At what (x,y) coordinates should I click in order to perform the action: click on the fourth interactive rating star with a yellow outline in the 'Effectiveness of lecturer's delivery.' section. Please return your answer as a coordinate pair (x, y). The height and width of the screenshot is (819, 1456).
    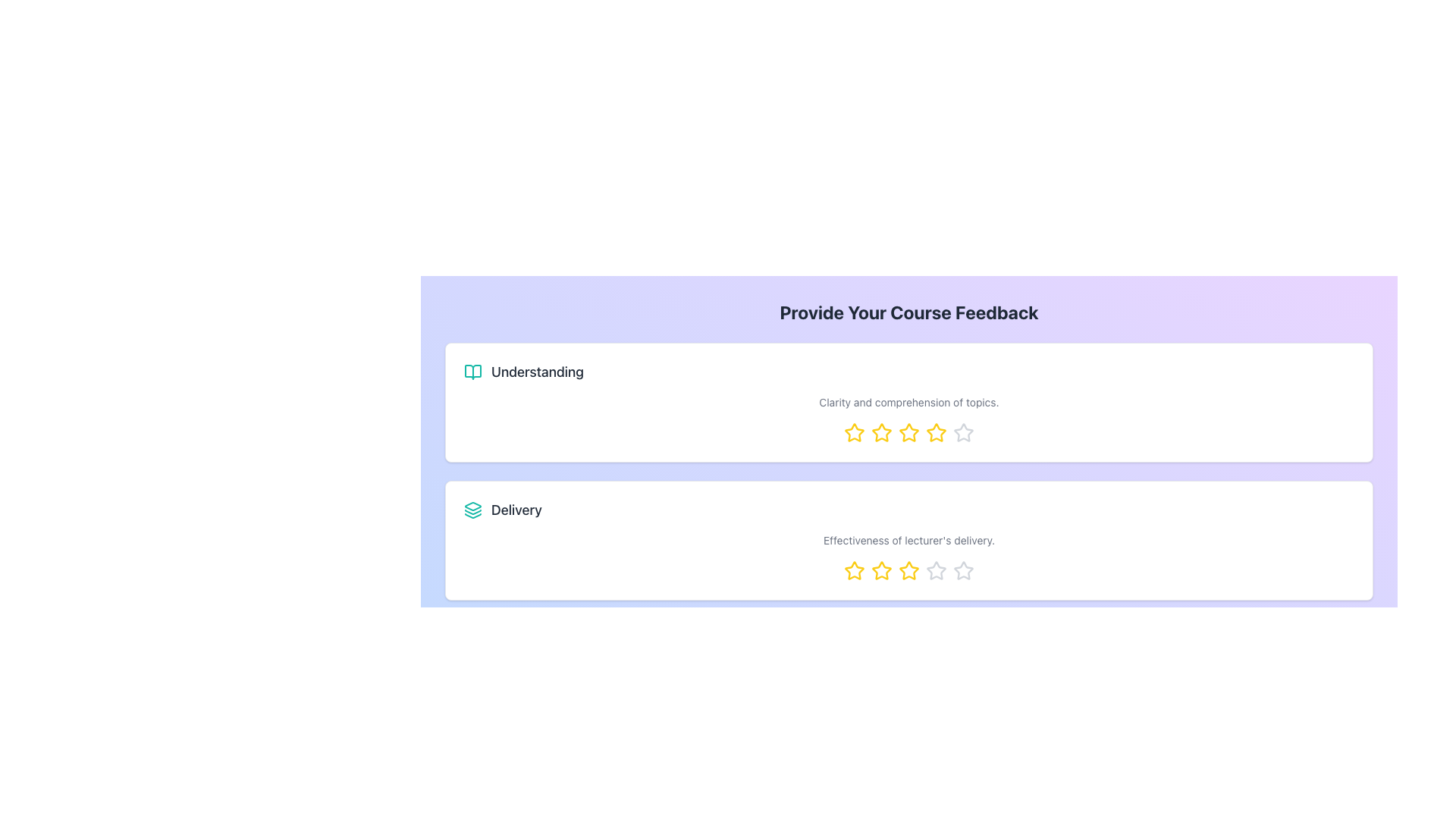
    Looking at the image, I should click on (909, 570).